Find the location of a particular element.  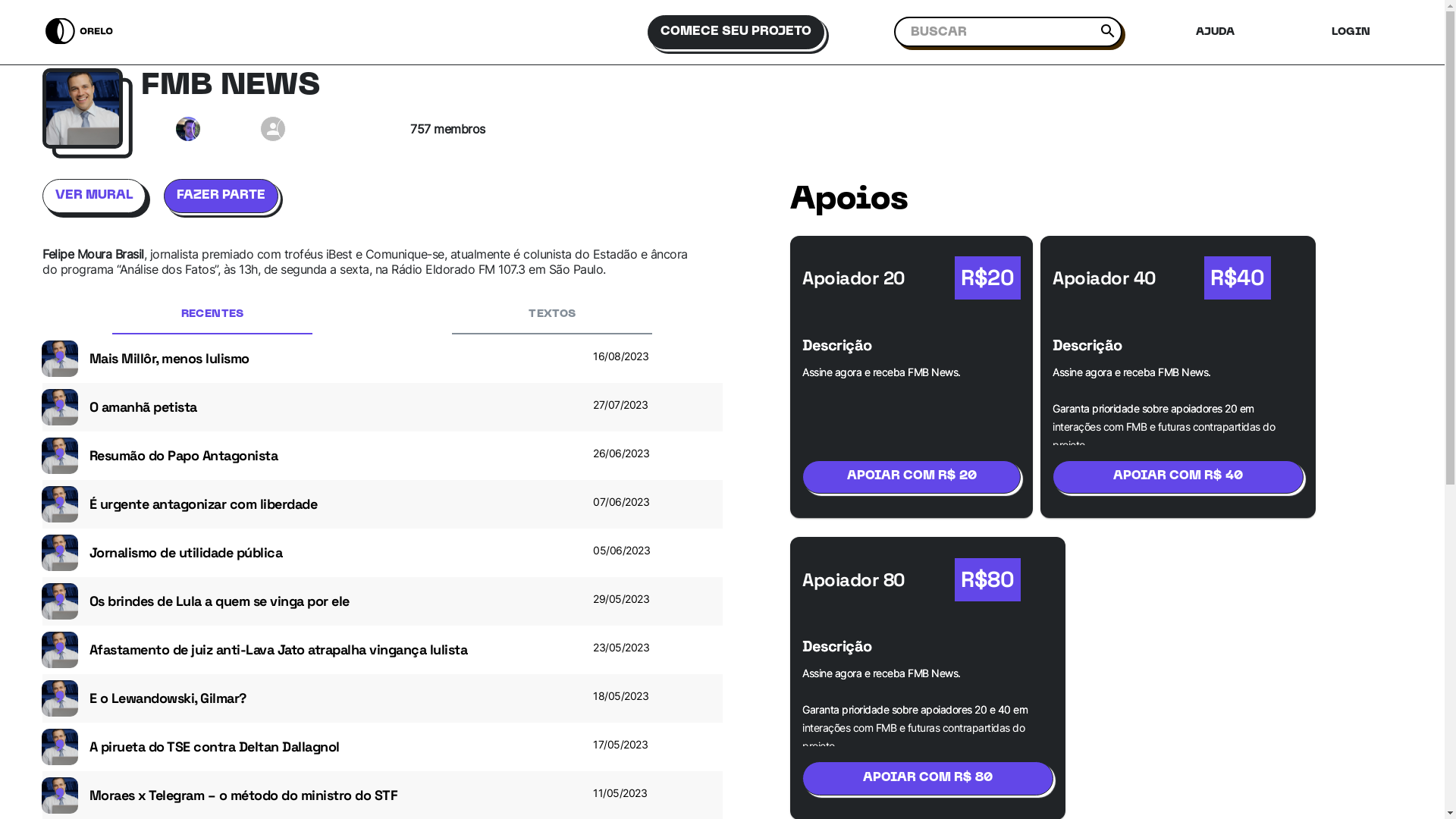

'COMECE SEU PROJETO' is located at coordinates (742, 32).